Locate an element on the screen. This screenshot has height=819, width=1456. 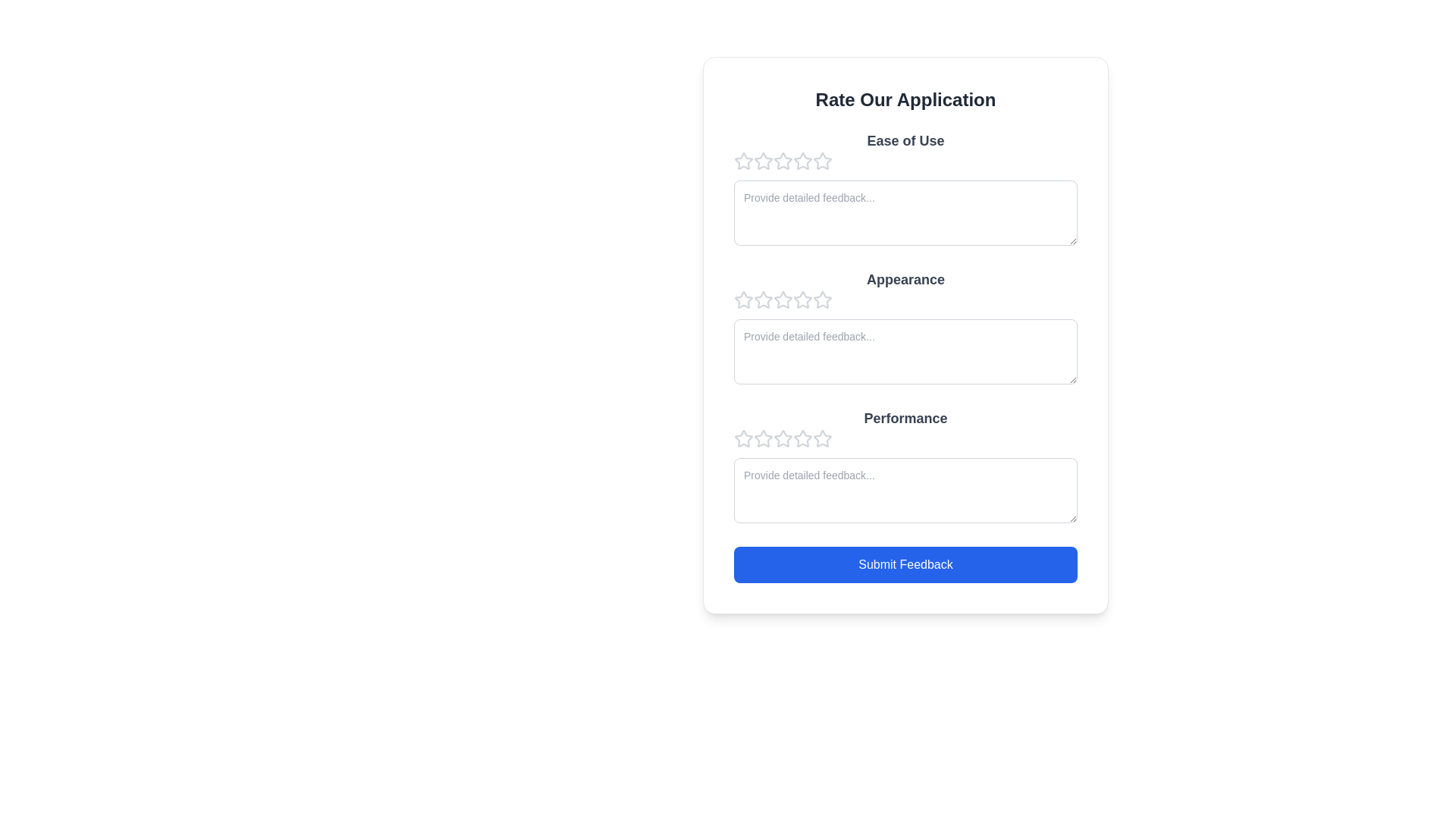
the second star icon in the Performance section is located at coordinates (764, 438).